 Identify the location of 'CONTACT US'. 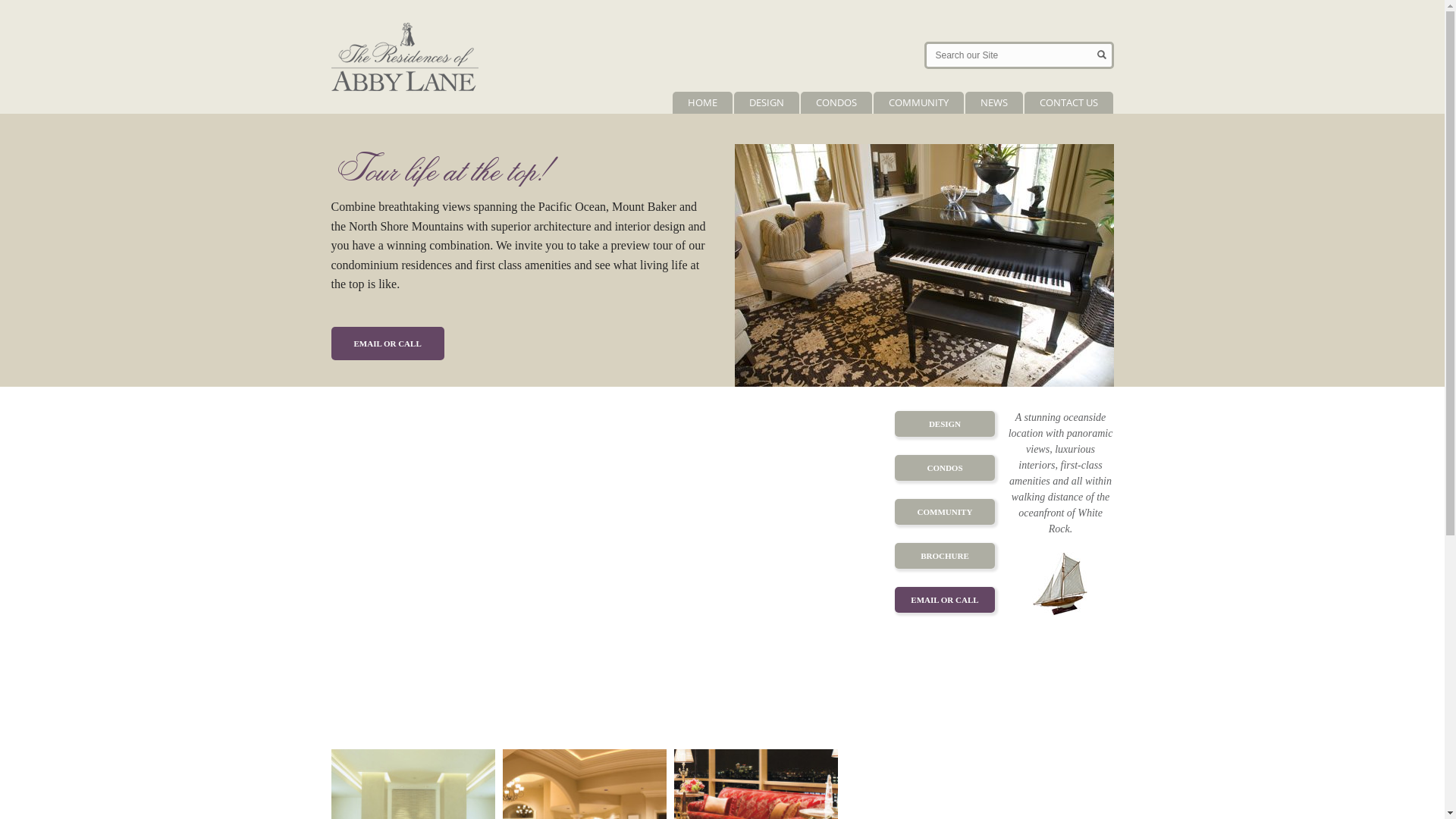
(1023, 102).